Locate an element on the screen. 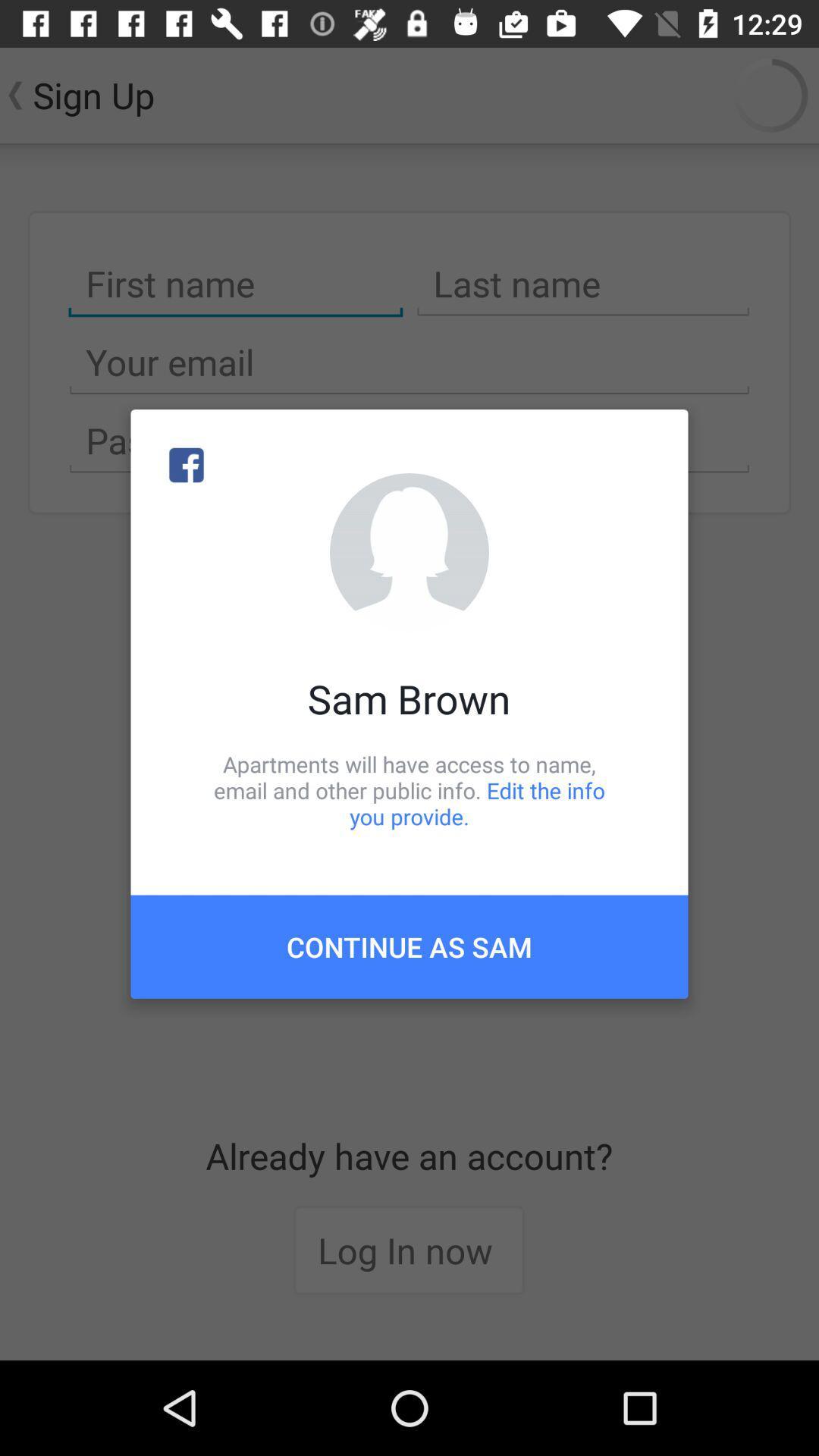 Image resolution: width=819 pixels, height=1456 pixels. the icon above the continue as sam icon is located at coordinates (409, 789).